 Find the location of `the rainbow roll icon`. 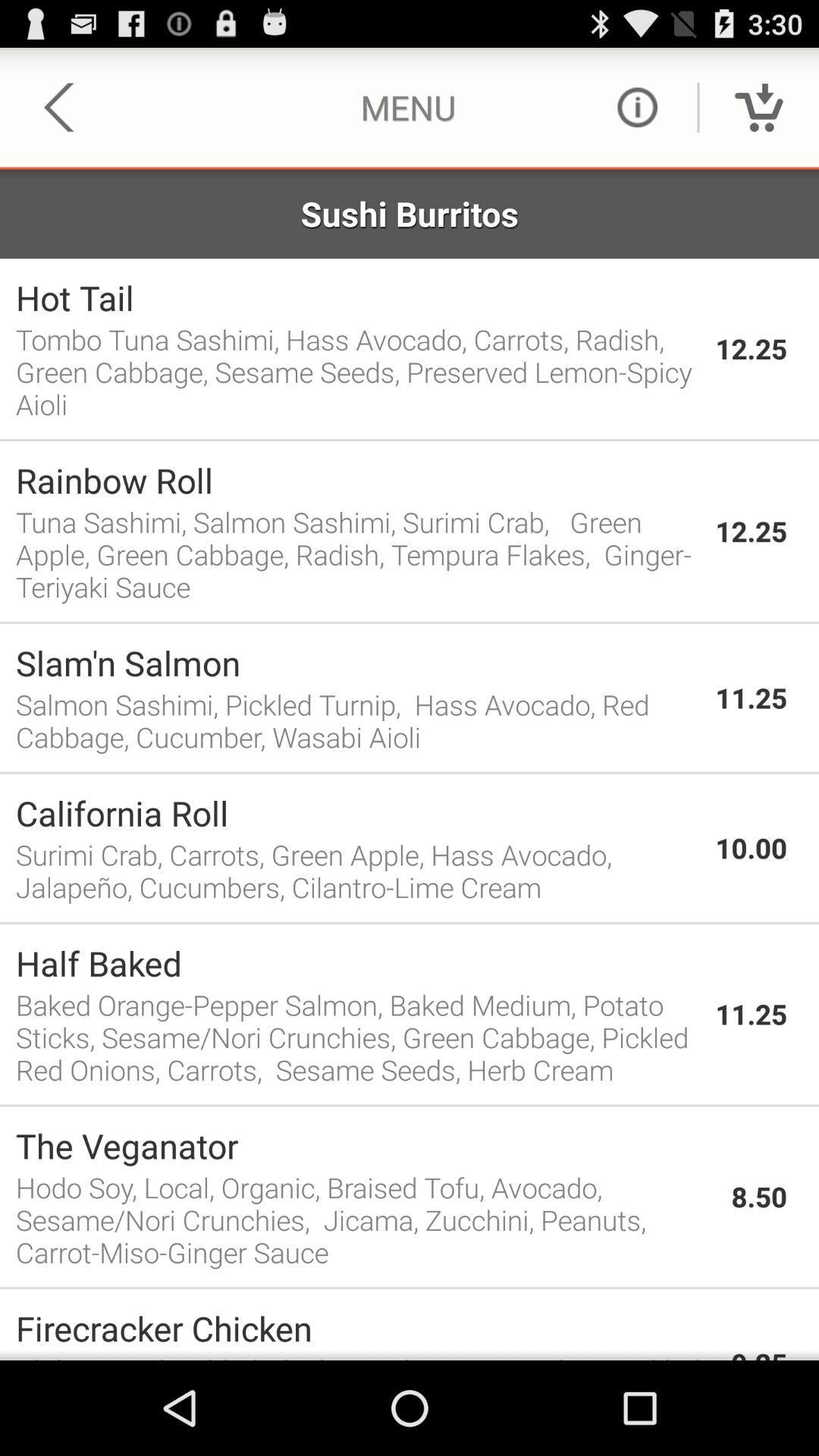

the rainbow roll icon is located at coordinates (357, 479).